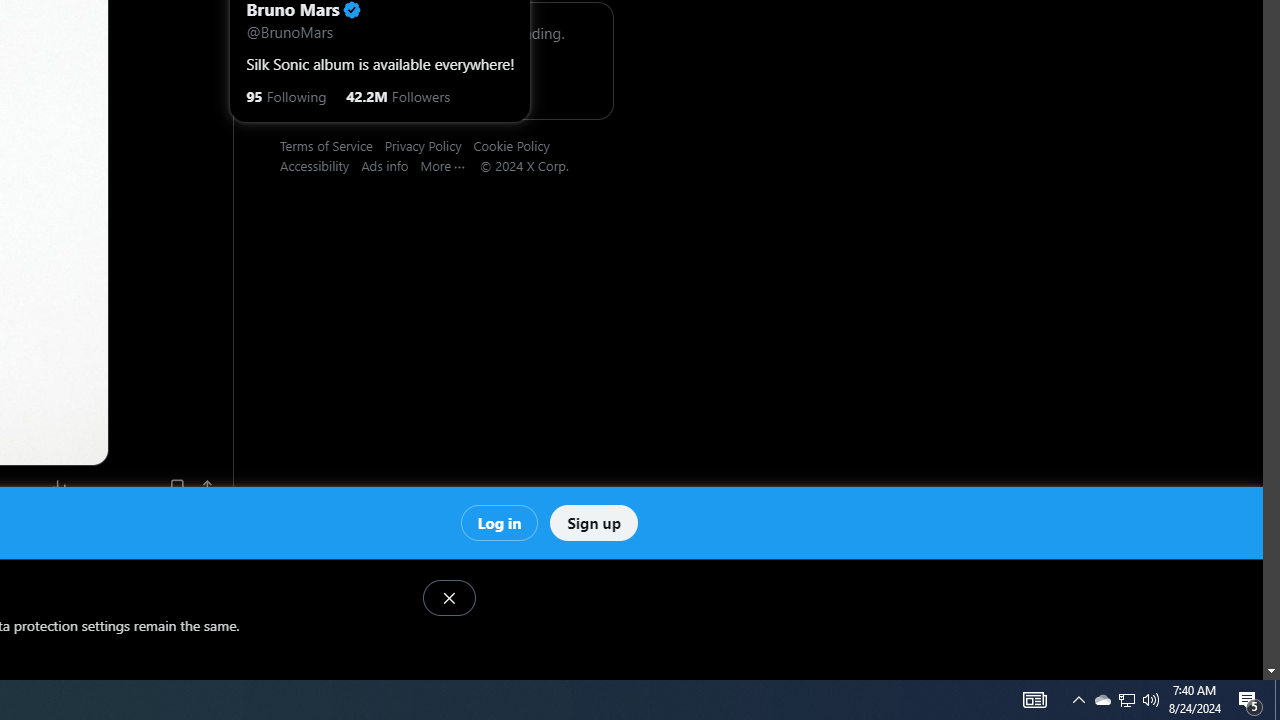  I want to click on 'Cookie Policy', so click(517, 144).